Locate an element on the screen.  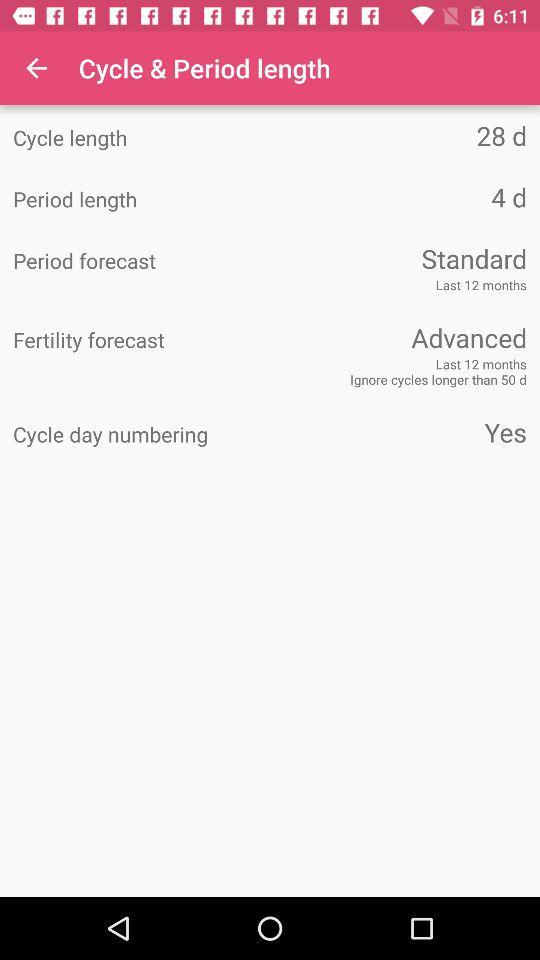
28 d icon is located at coordinates (398, 134).